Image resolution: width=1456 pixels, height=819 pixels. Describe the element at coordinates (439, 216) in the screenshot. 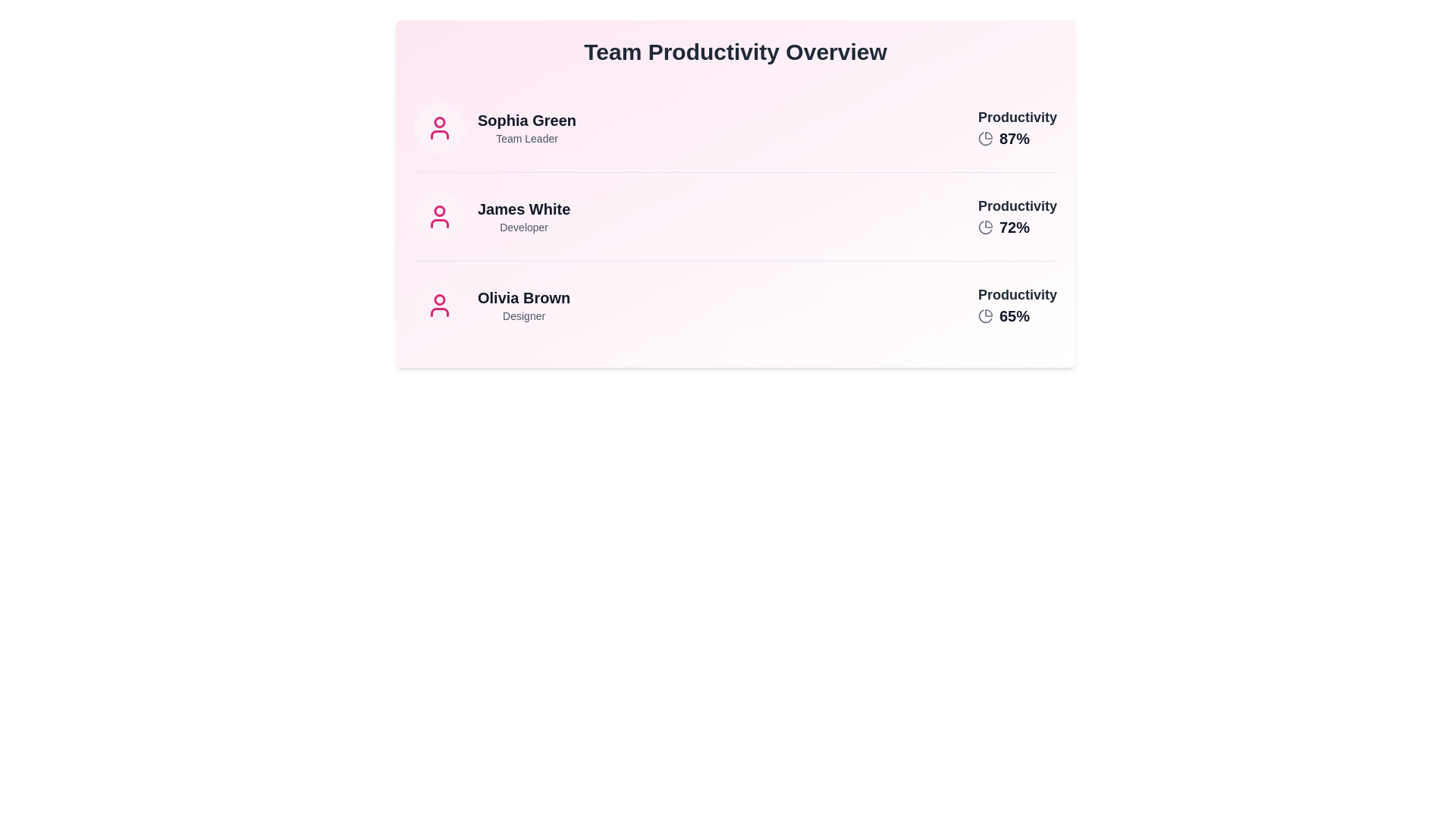

I see `the pink outline-styled user profile icon associated with 'James White, Developer' for potential interaction` at that location.